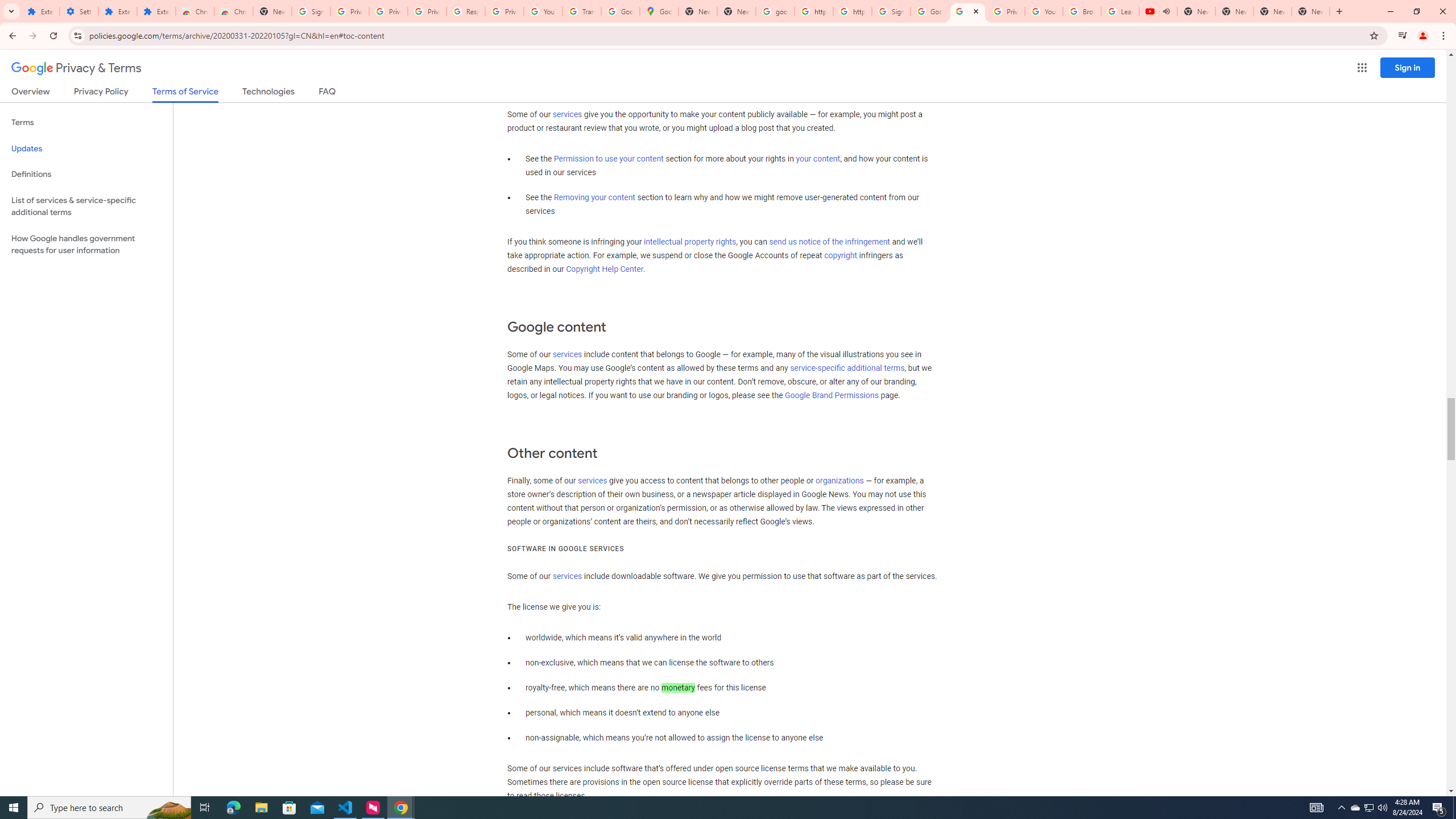 This screenshot has width=1456, height=819. What do you see at coordinates (40, 11) in the screenshot?
I see `'Extensions'` at bounding box center [40, 11].